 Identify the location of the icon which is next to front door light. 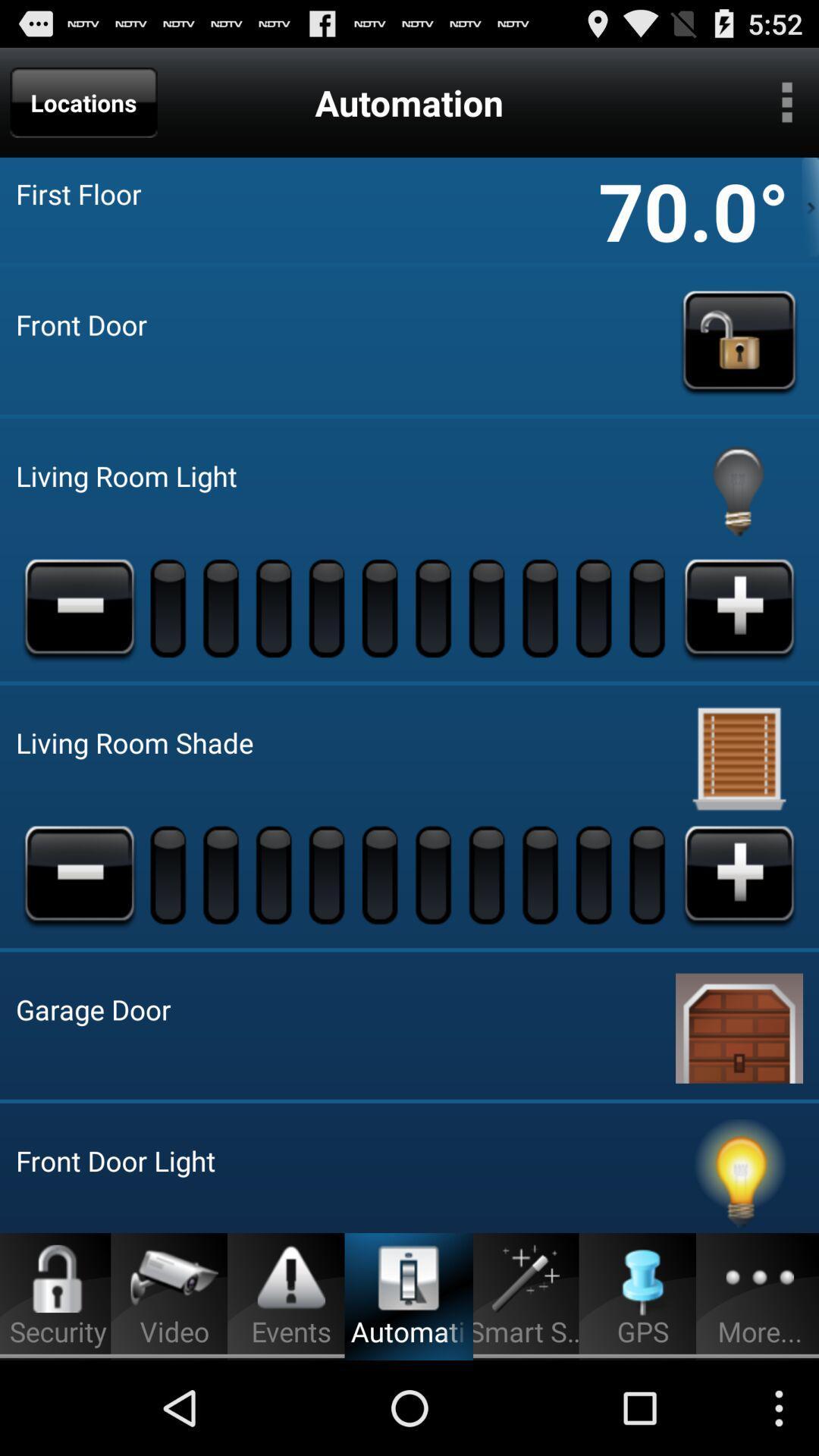
(739, 1175).